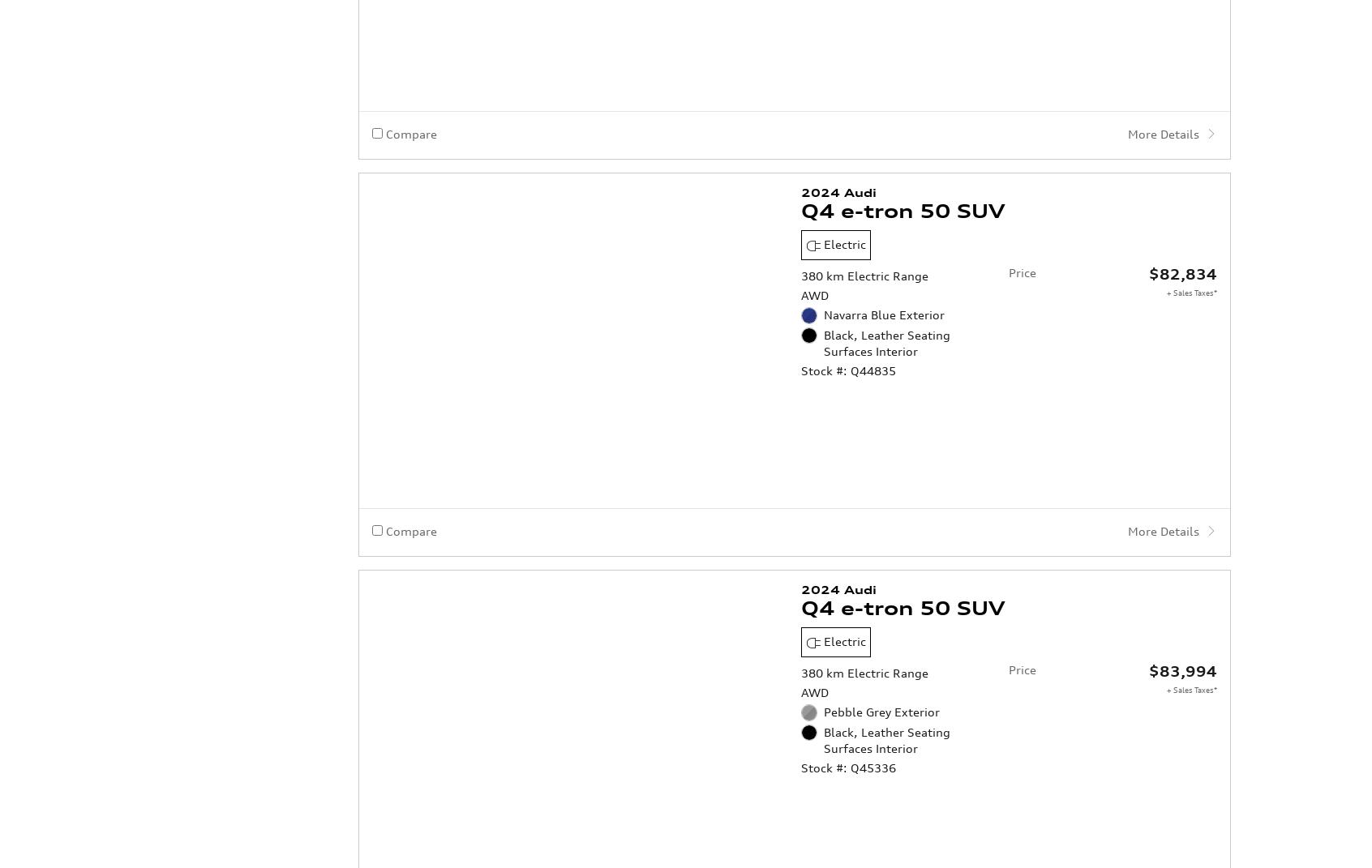 The width and height of the screenshot is (1372, 868). What do you see at coordinates (884, 183) in the screenshot?
I see `'Navarra Blue Exterior'` at bounding box center [884, 183].